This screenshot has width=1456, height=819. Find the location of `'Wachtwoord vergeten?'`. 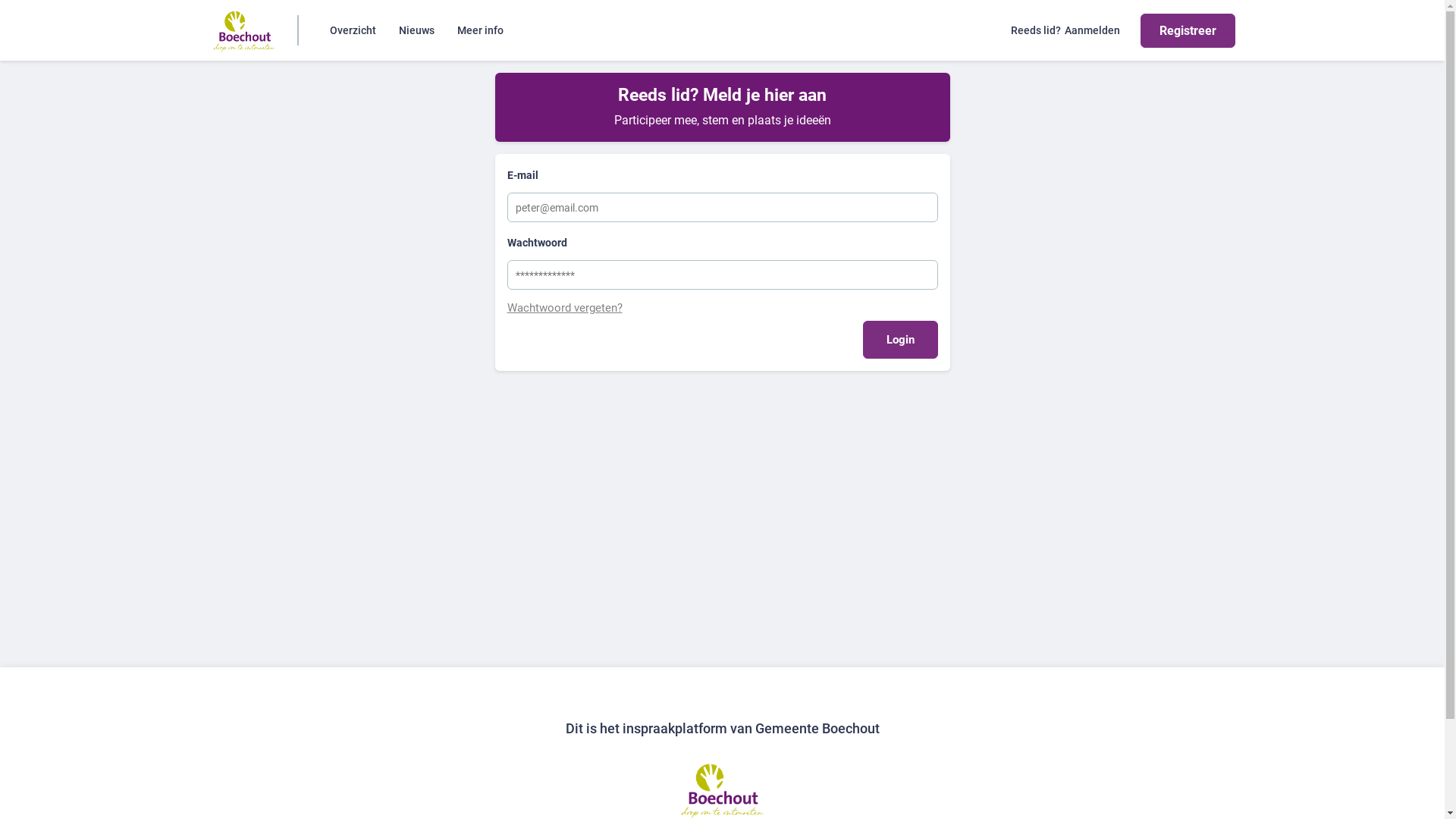

'Wachtwoord vergeten?' is located at coordinates (720, 307).